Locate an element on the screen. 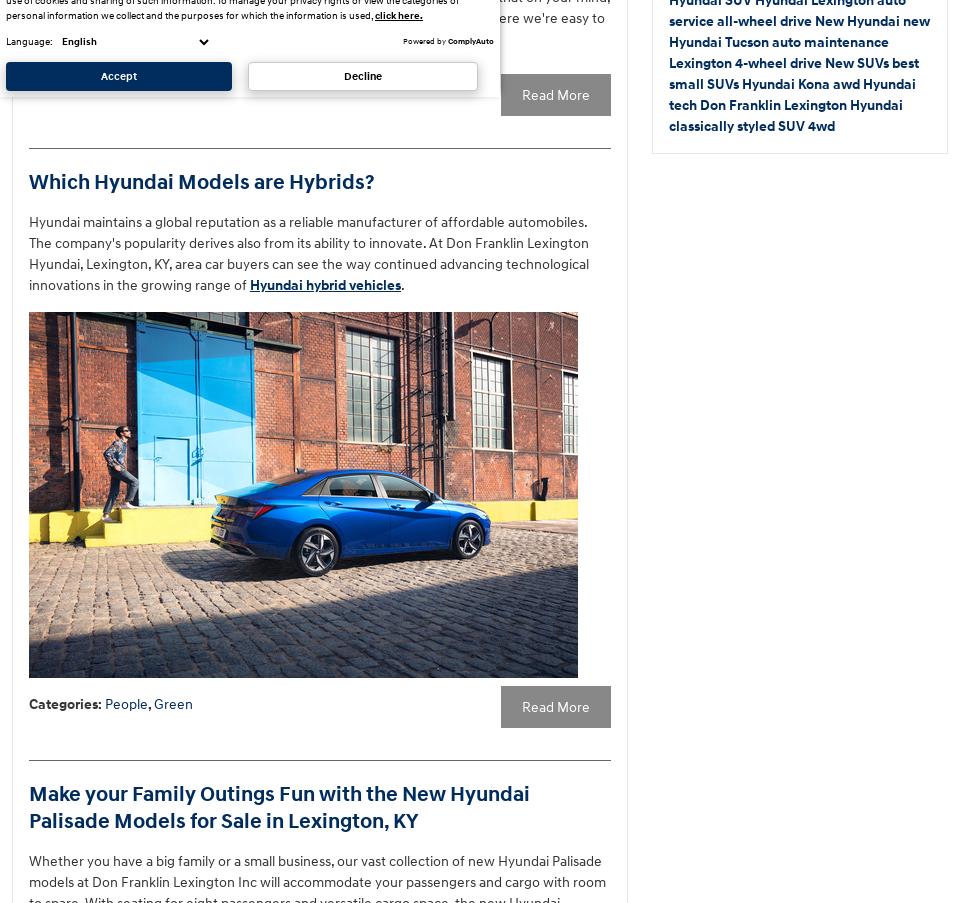 Image resolution: width=960 pixels, height=903 pixels. 'Hyundai Kona' is located at coordinates (787, 83).